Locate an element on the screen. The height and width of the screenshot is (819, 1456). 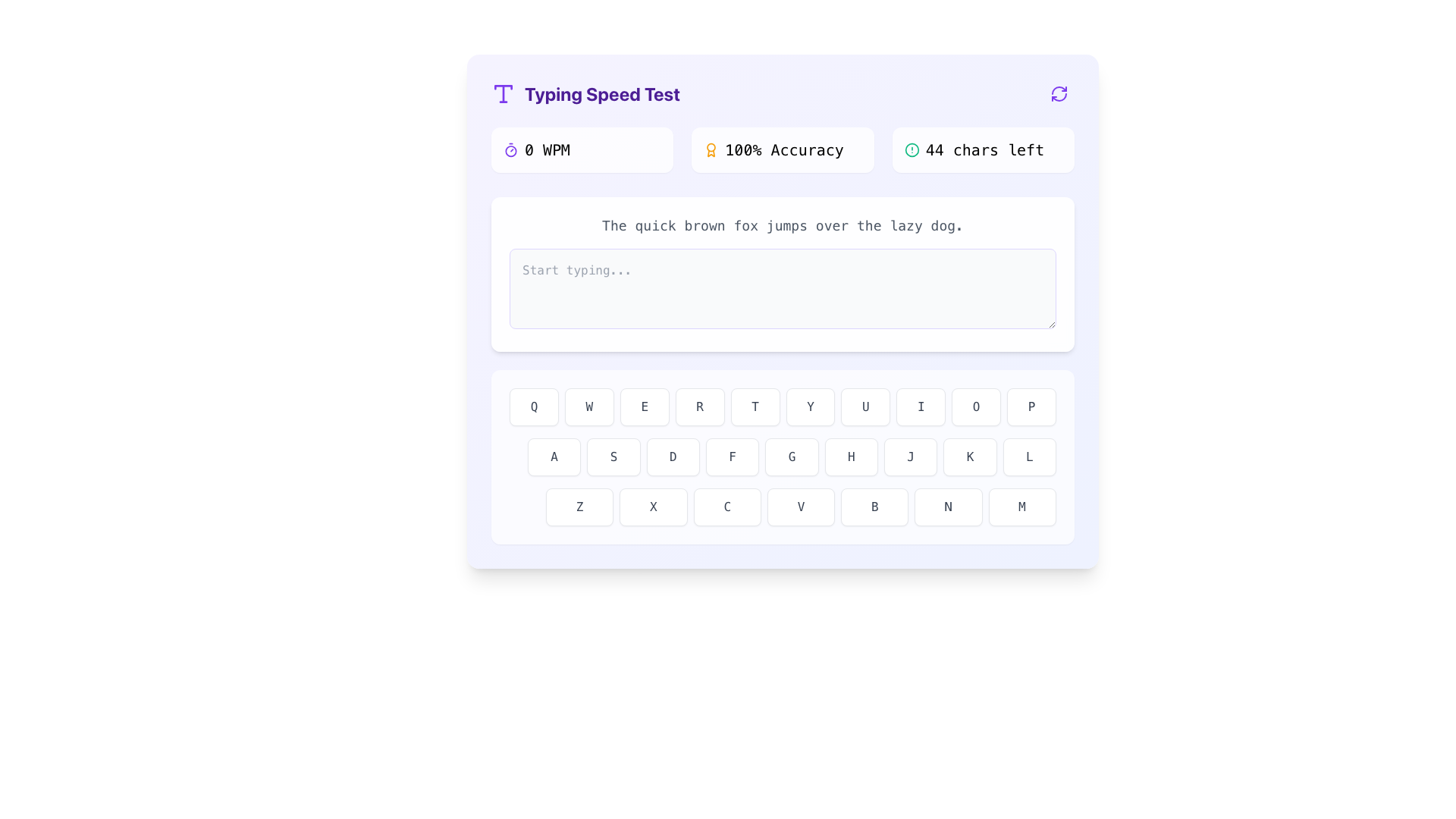
the Text Label that serves as the title or heading for the interface, located to the right of a large violet 'T' icon is located at coordinates (601, 93).